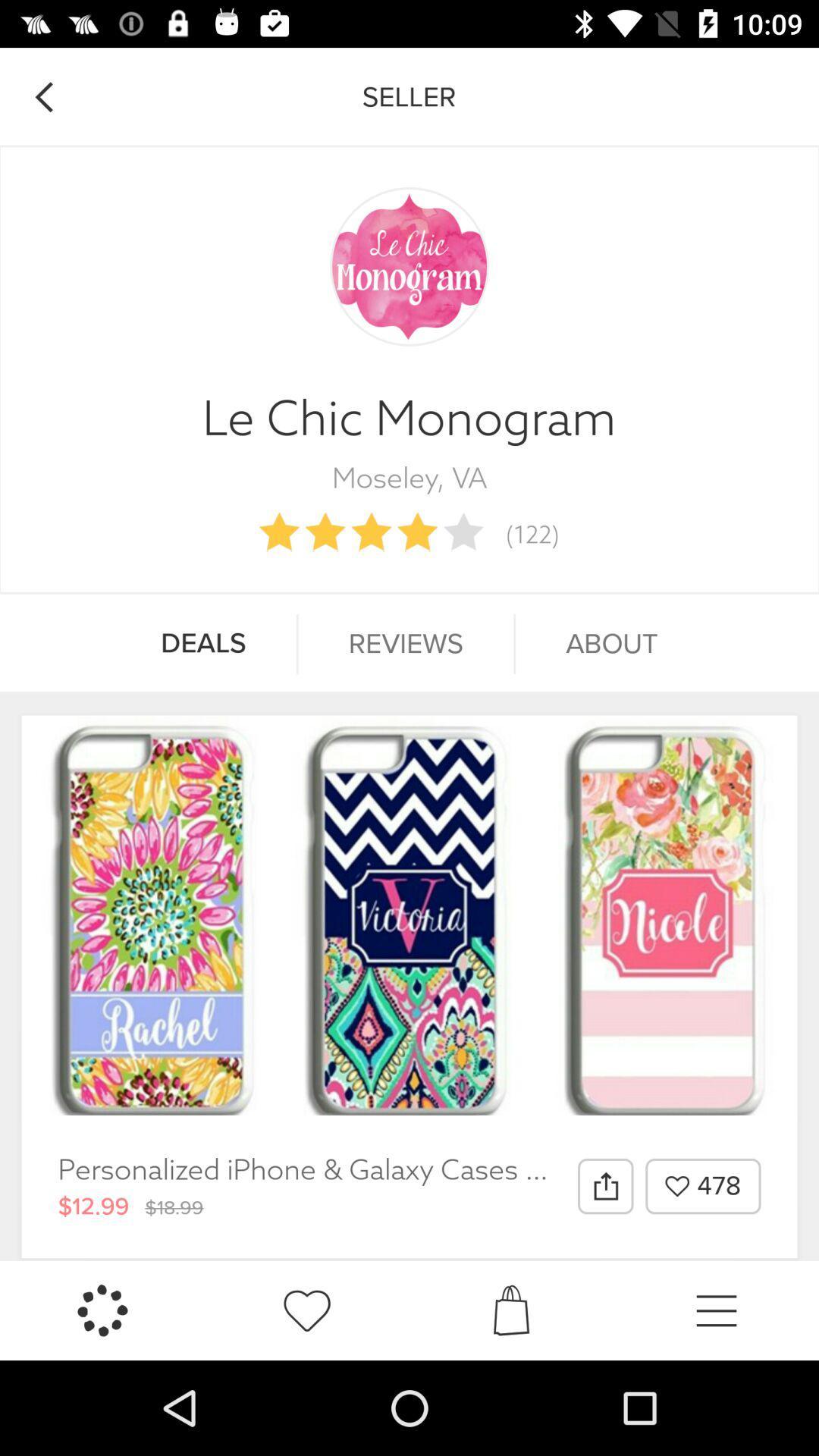  I want to click on the icon next to personalized iphone galaxy item, so click(604, 1185).